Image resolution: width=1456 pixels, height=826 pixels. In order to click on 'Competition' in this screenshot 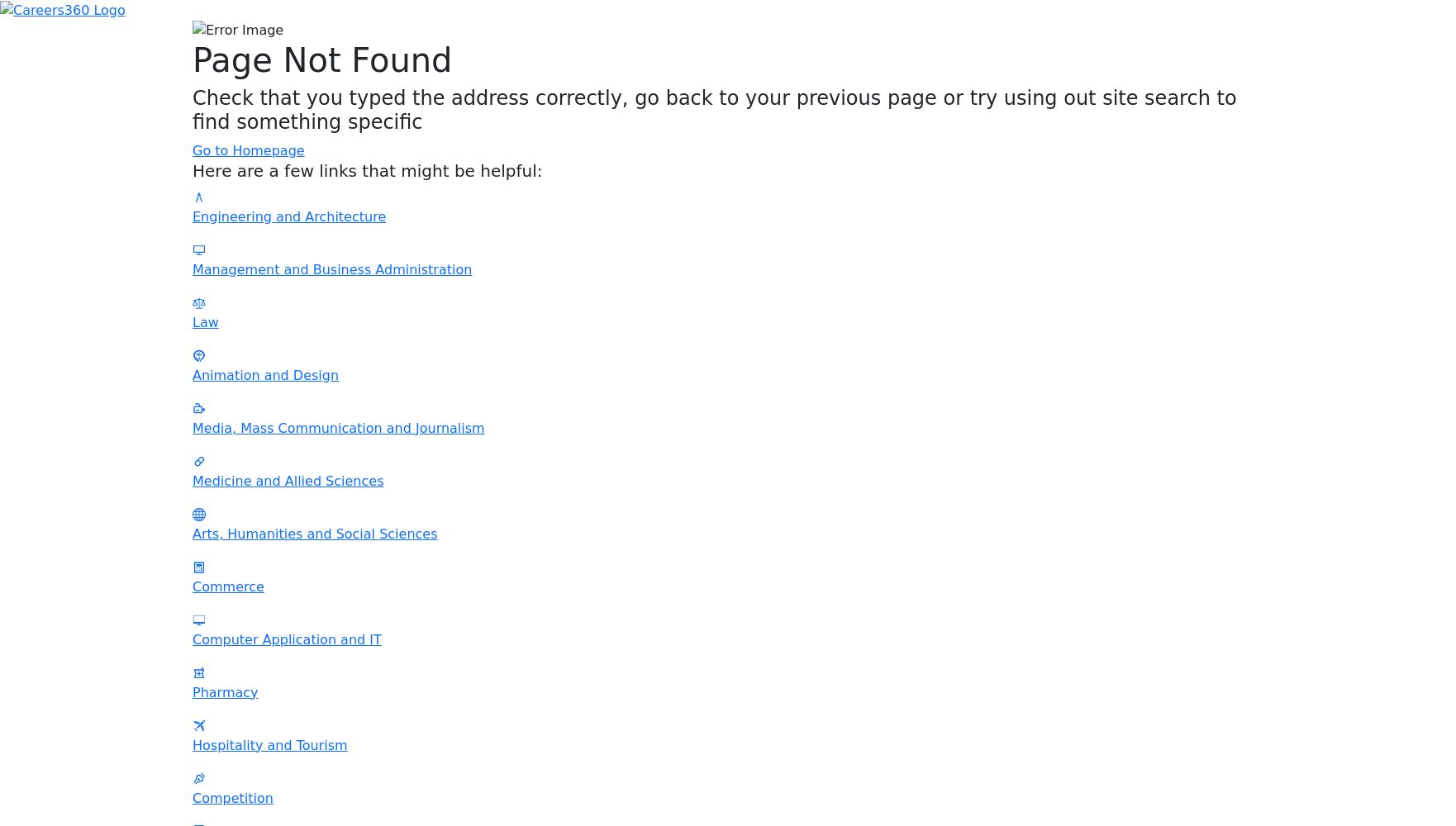, I will do `click(232, 796)`.